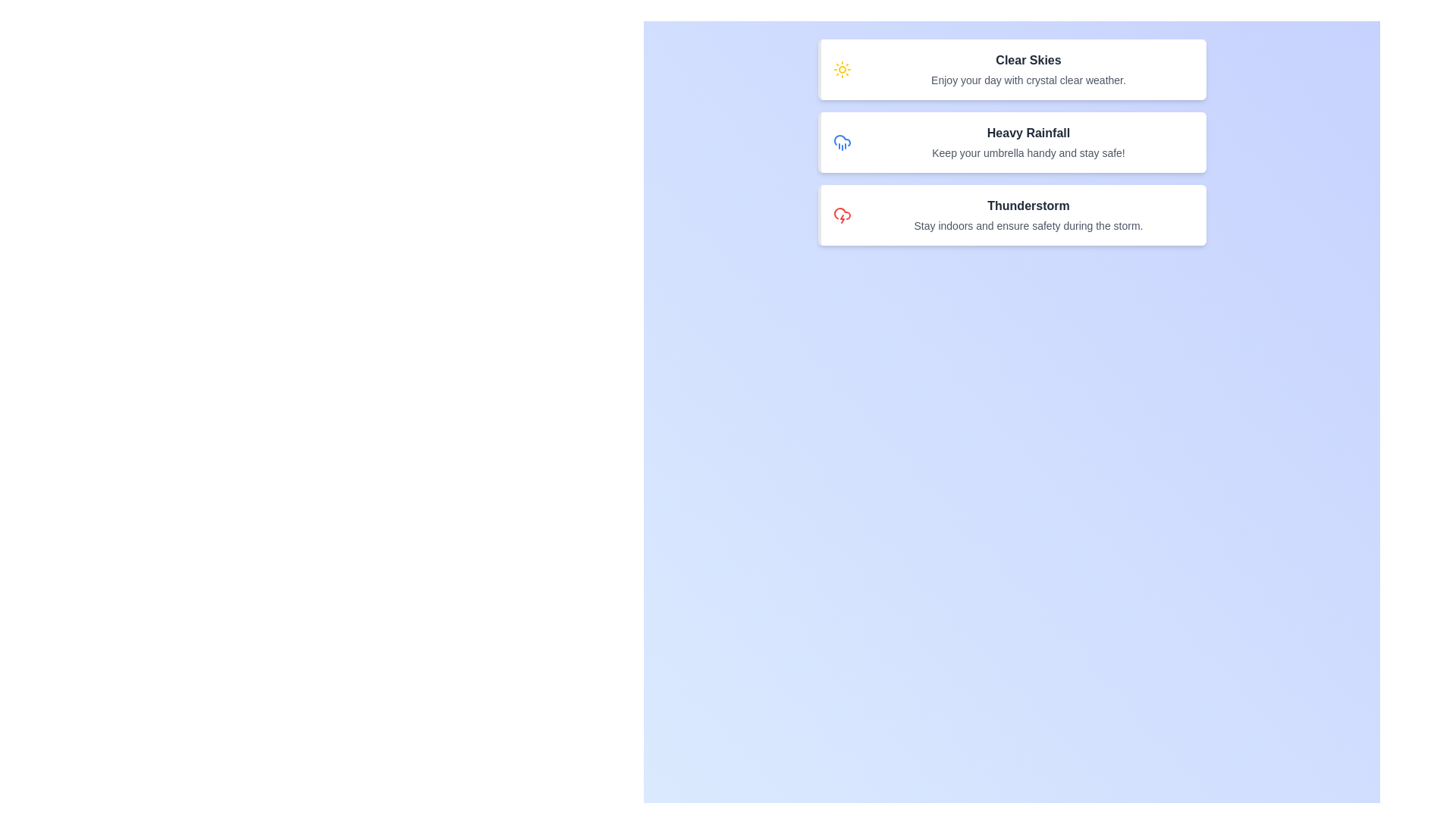 The width and height of the screenshot is (1456, 819). What do you see at coordinates (841, 70) in the screenshot?
I see `the icon corresponding to Clear Skies` at bounding box center [841, 70].